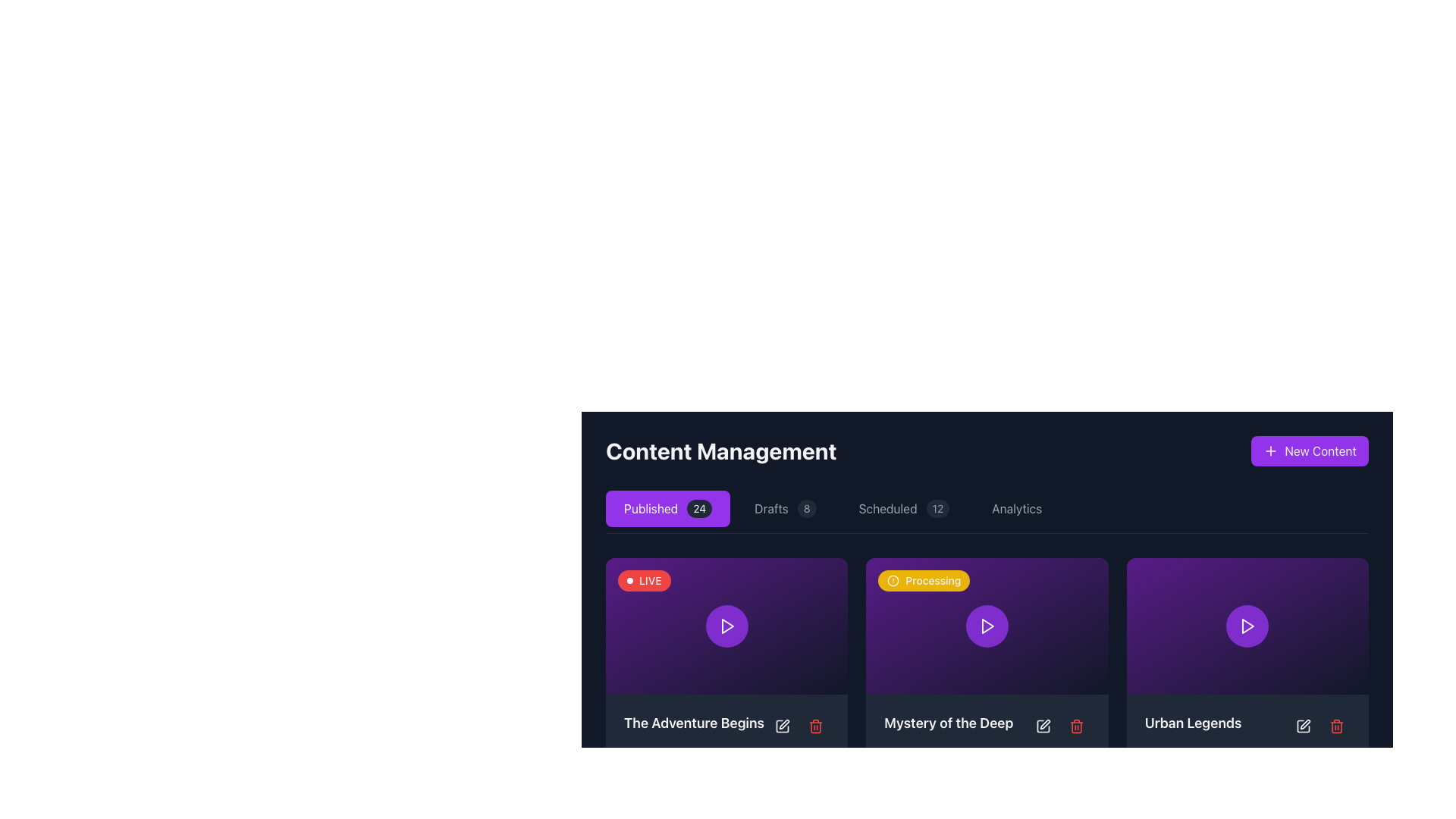 This screenshot has height=819, width=1456. What do you see at coordinates (1336, 724) in the screenshot?
I see `the trash bin icon button with red outlines located at the bottom-right corner of the 'Urban Legends' card under the 'Published' tab` at bounding box center [1336, 724].